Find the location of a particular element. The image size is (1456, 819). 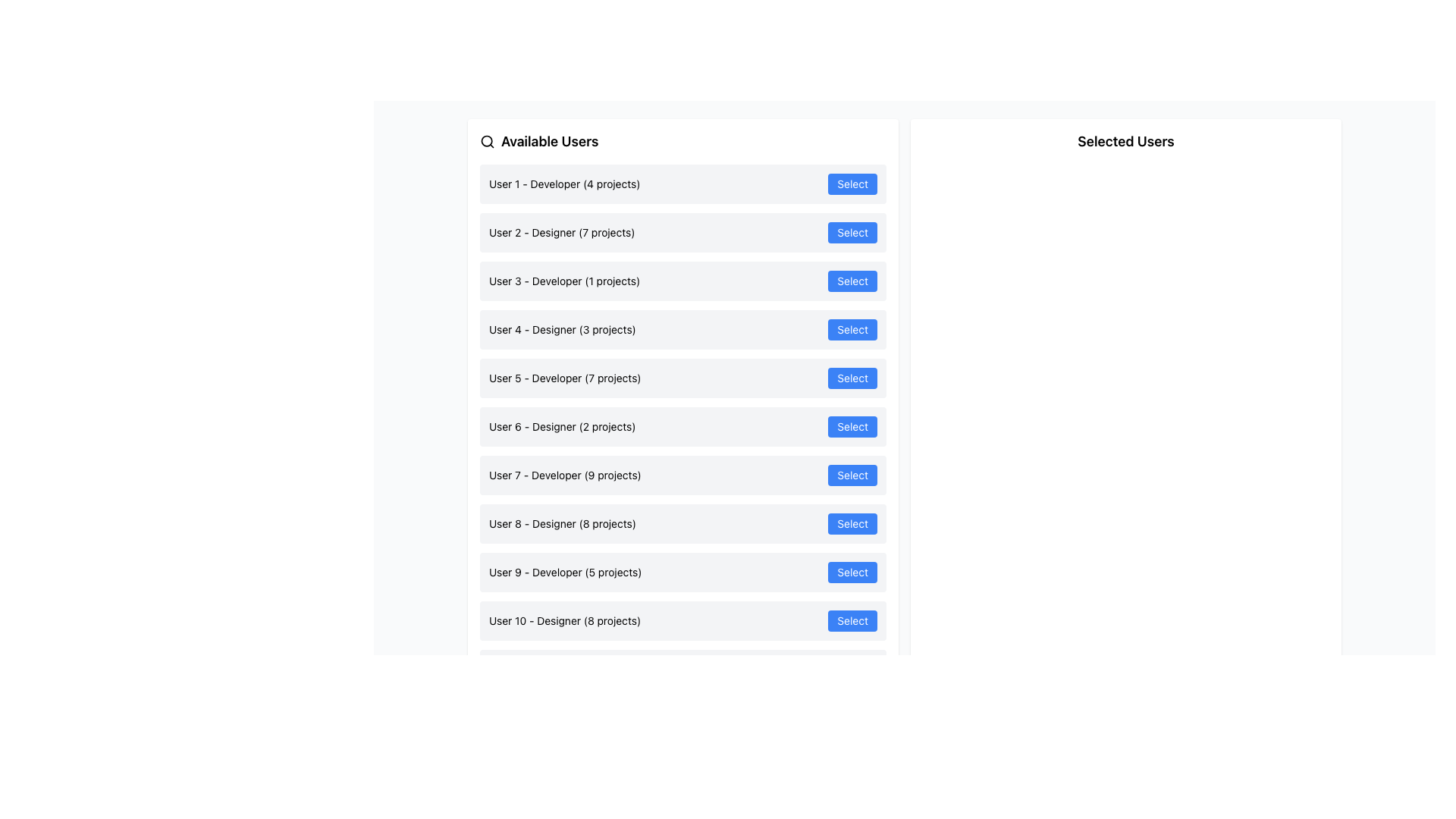

the text label displaying 'User 3 - Developer (1 projects)' which is the third entry in the user list, located on a light gray background, slightly to the left of the 'Select' button is located at coordinates (563, 281).